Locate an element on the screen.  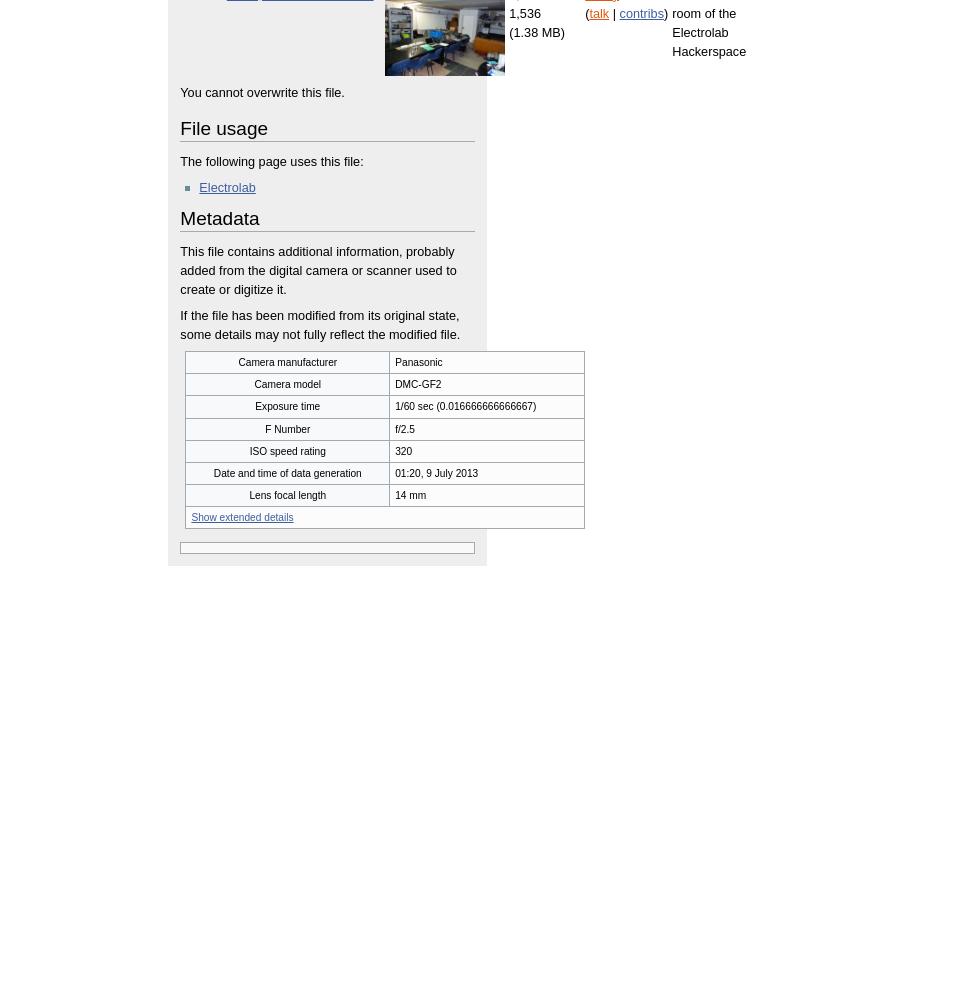
'contribs' is located at coordinates (641, 13).